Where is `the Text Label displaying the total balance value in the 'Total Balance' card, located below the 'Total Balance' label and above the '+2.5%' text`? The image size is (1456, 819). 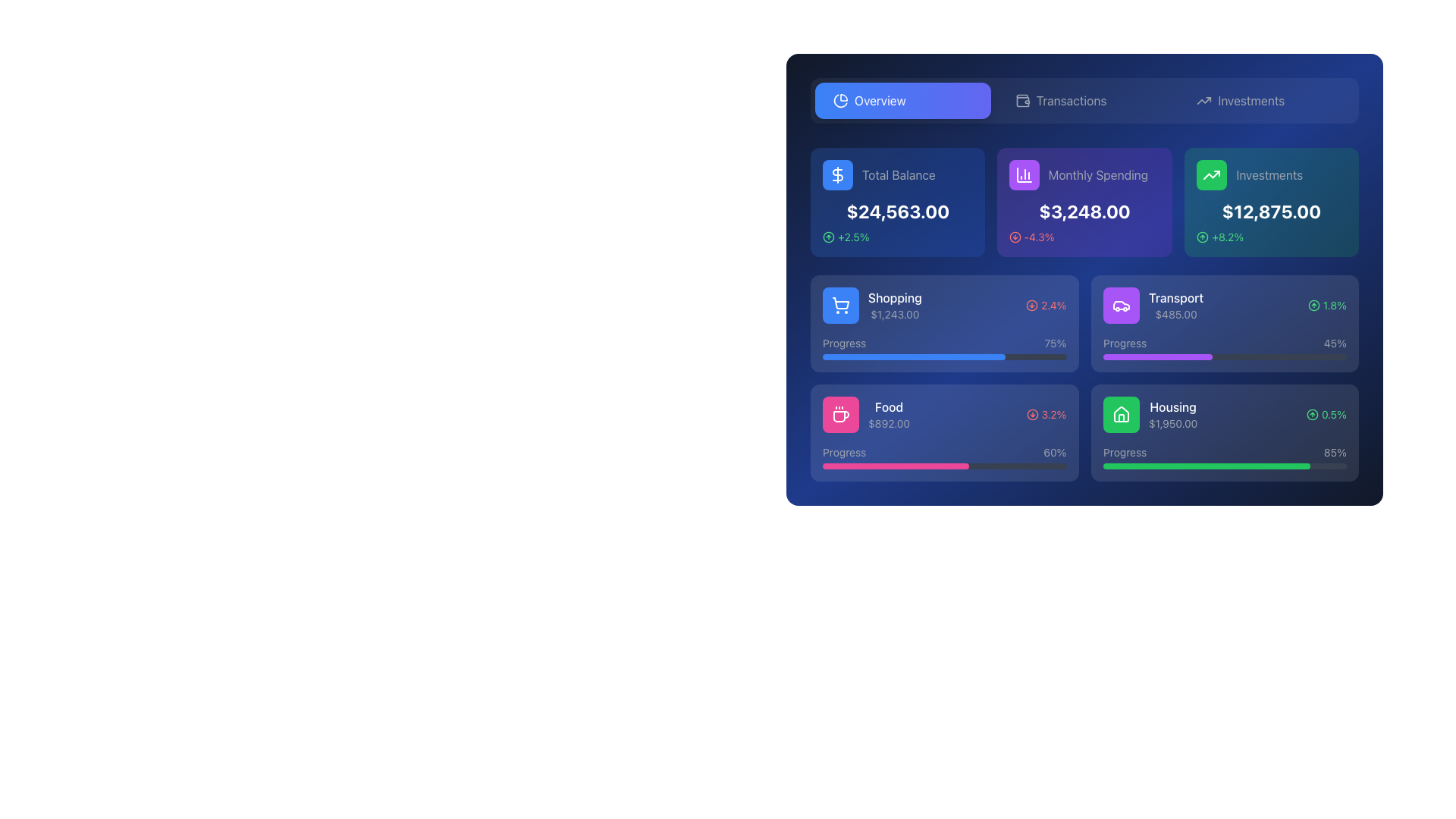
the Text Label displaying the total balance value in the 'Total Balance' card, located below the 'Total Balance' label and above the '+2.5%' text is located at coordinates (898, 211).